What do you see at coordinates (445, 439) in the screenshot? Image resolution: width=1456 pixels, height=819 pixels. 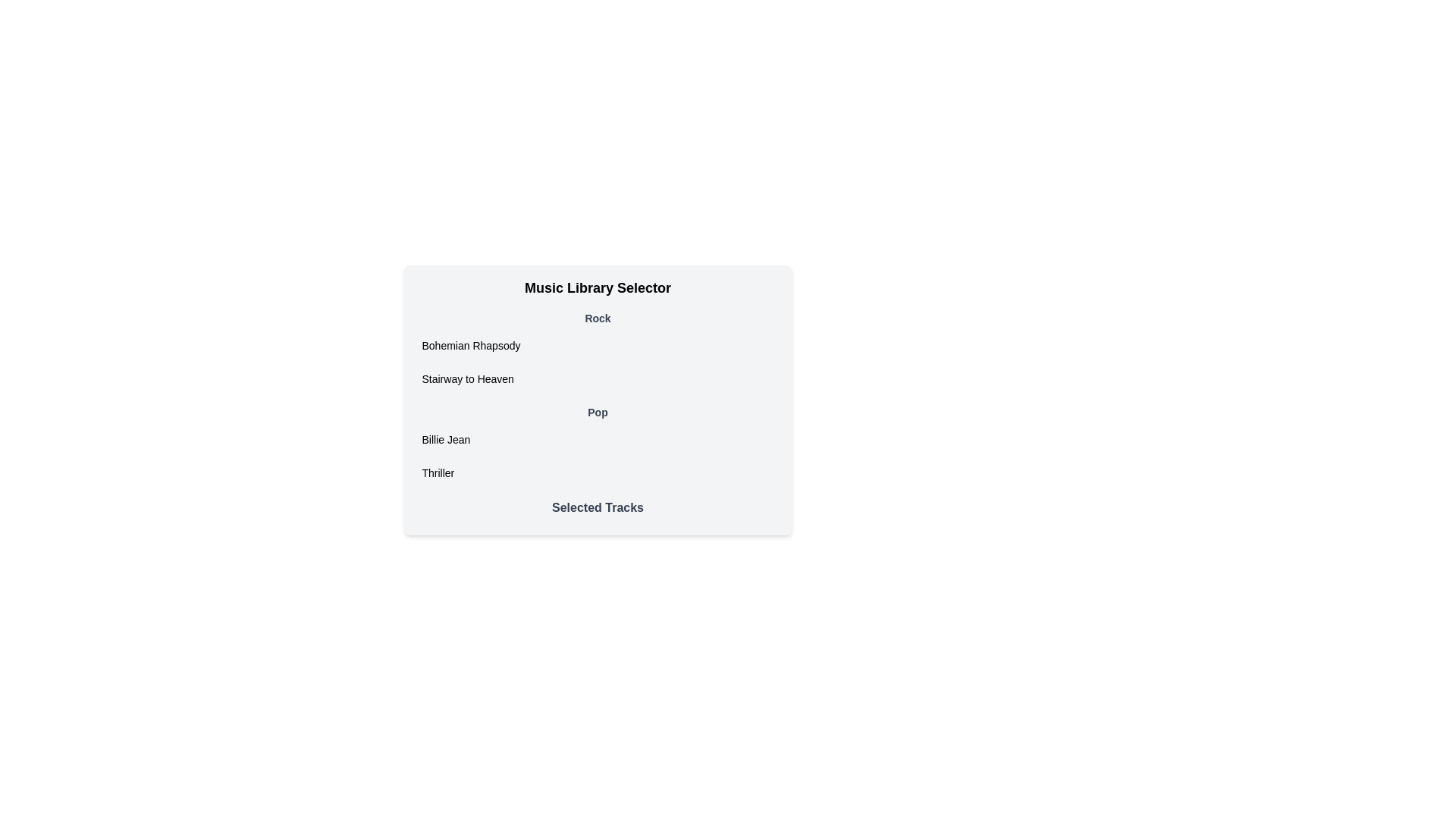 I see `the text label 'Billie Jean' which represents a song title in the 'Pop' category of the music library interface` at bounding box center [445, 439].